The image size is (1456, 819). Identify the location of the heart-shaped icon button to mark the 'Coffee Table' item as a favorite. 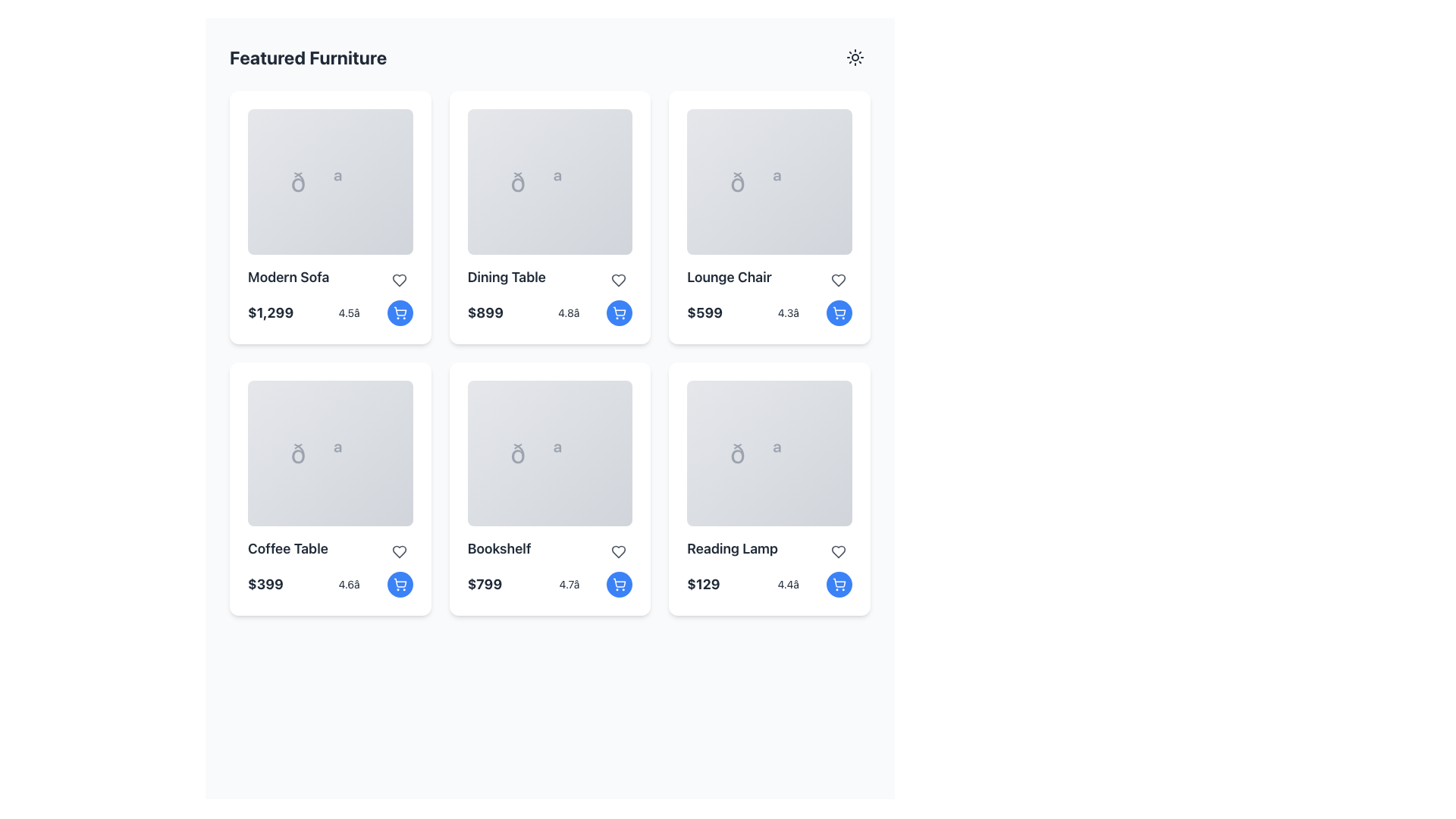
(399, 552).